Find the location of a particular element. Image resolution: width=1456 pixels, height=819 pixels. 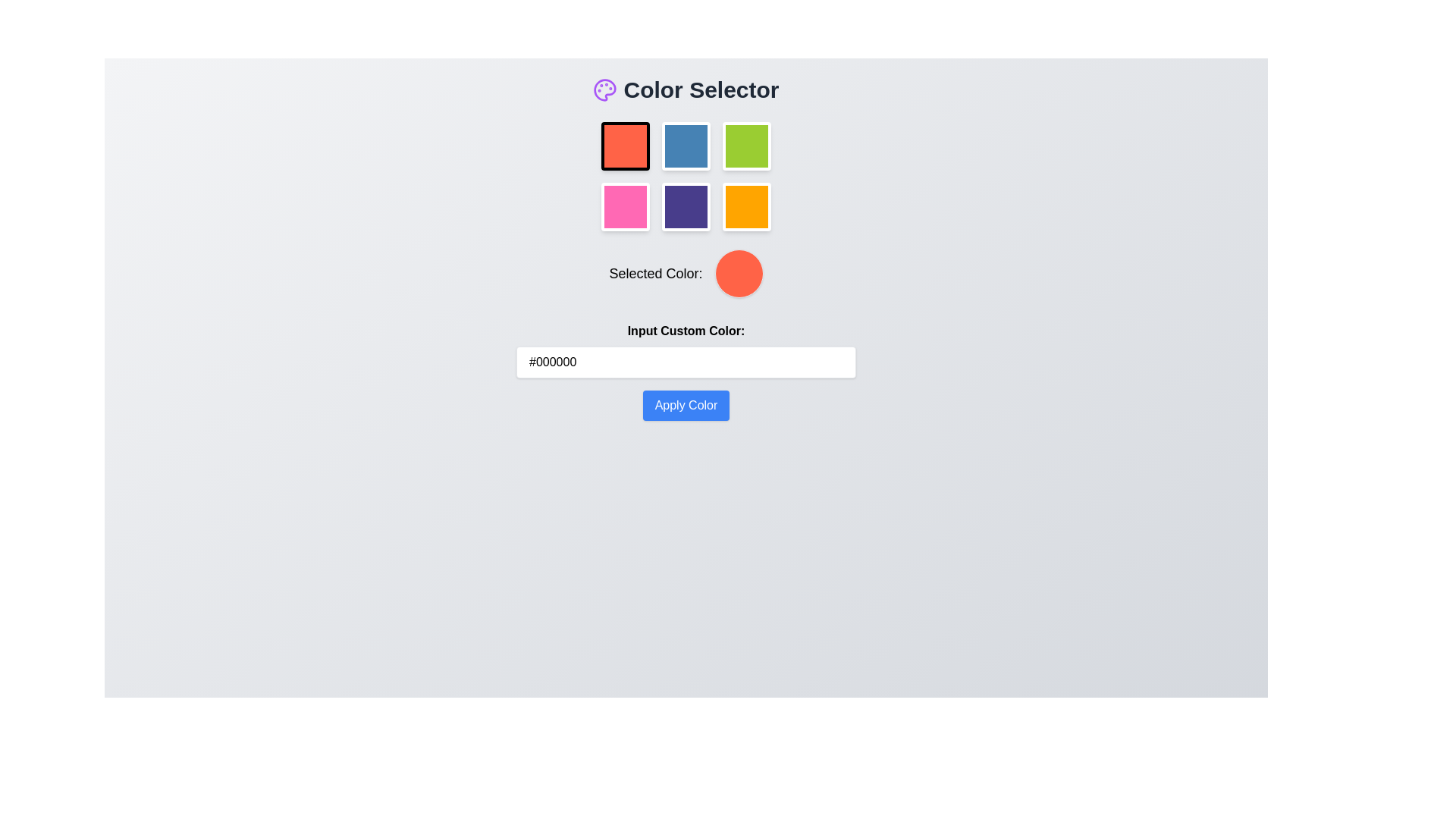

the text label located on the lower part of the color selection interface, which indicates the purpose of the adjacent color preview element is located at coordinates (655, 274).